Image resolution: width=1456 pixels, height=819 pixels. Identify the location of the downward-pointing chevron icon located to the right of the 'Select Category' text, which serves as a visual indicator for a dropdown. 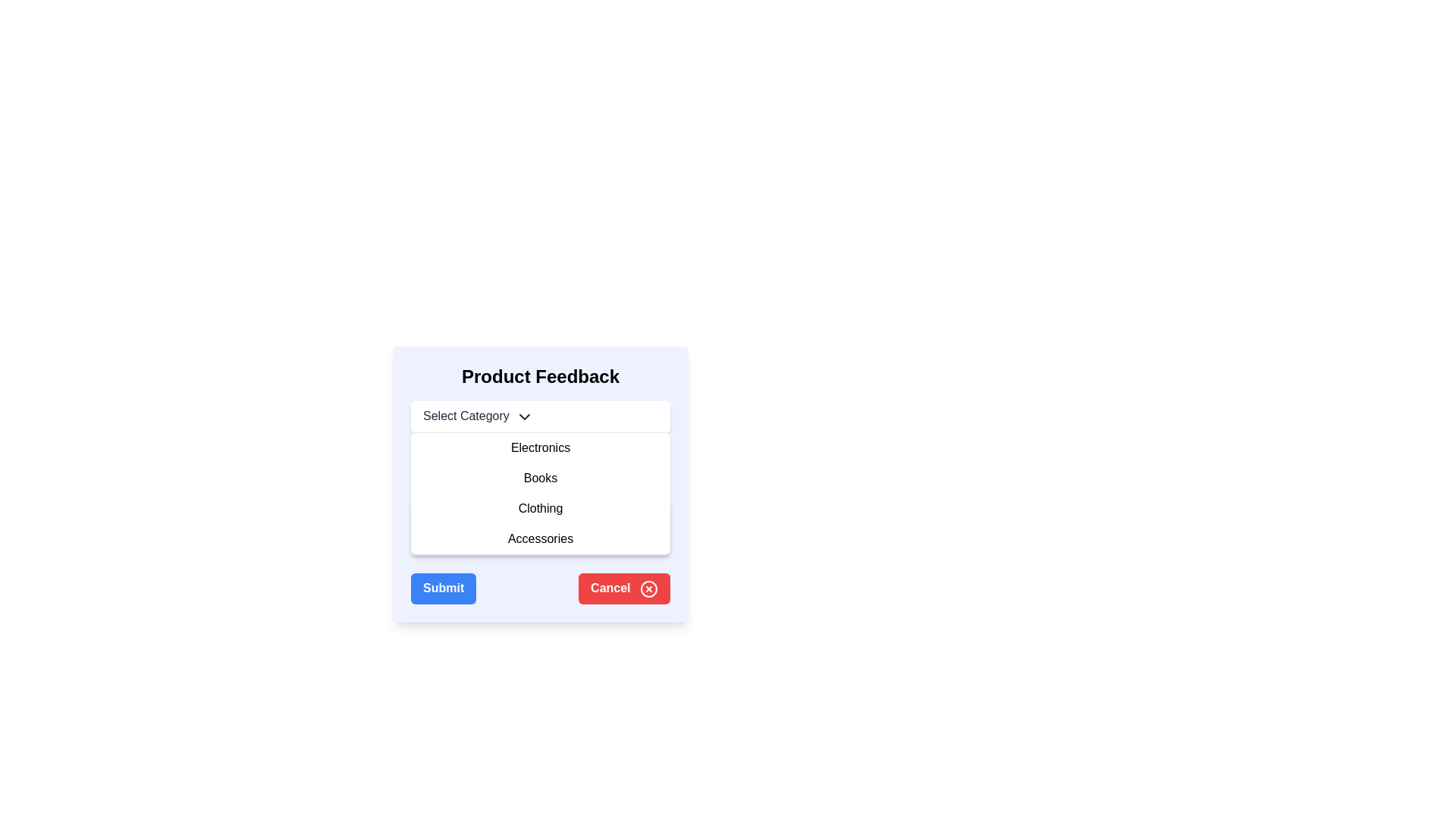
(524, 416).